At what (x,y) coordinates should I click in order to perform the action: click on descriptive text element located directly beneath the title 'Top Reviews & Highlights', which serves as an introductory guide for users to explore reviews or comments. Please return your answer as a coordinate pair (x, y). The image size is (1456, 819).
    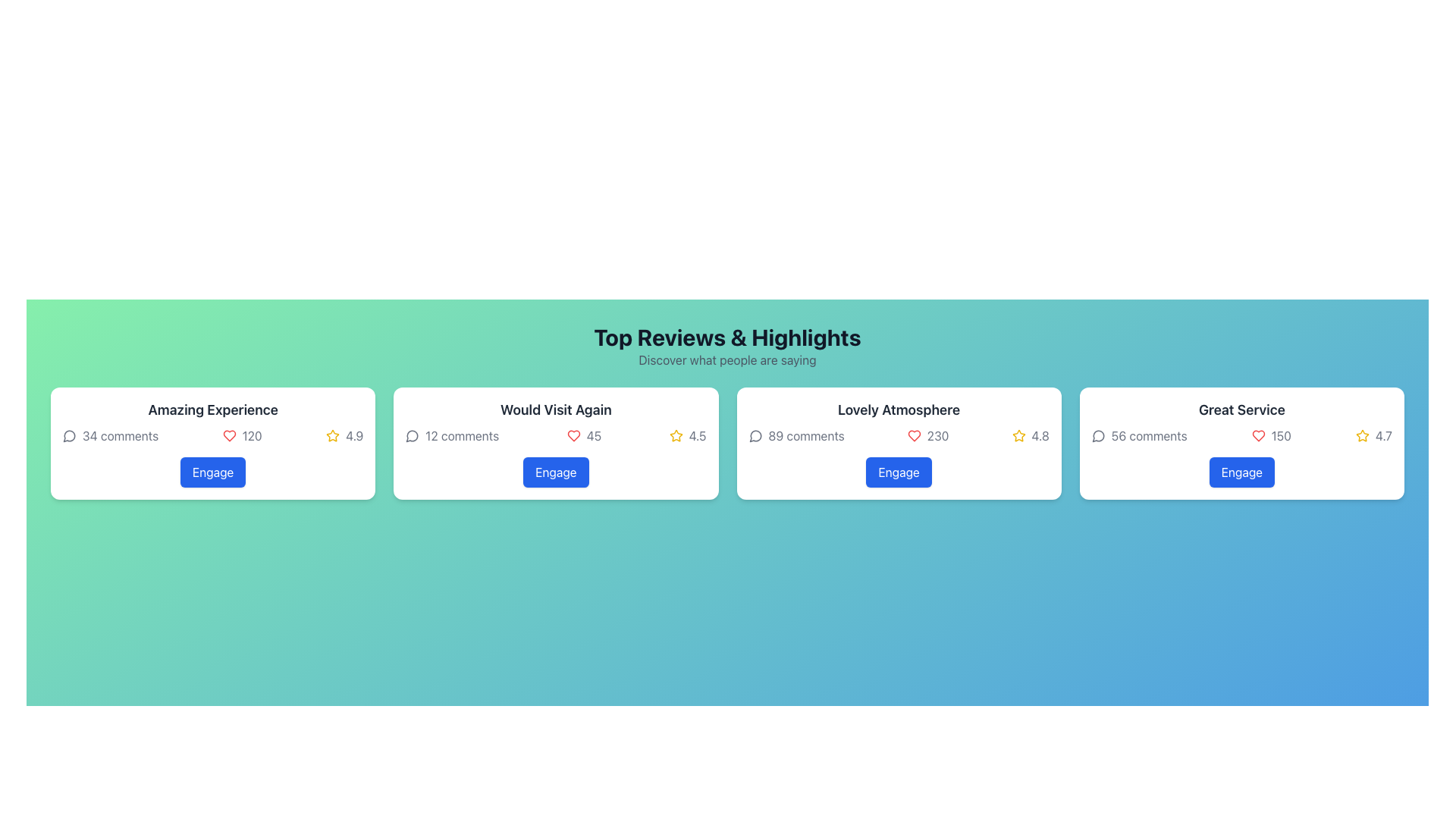
    Looking at the image, I should click on (726, 359).